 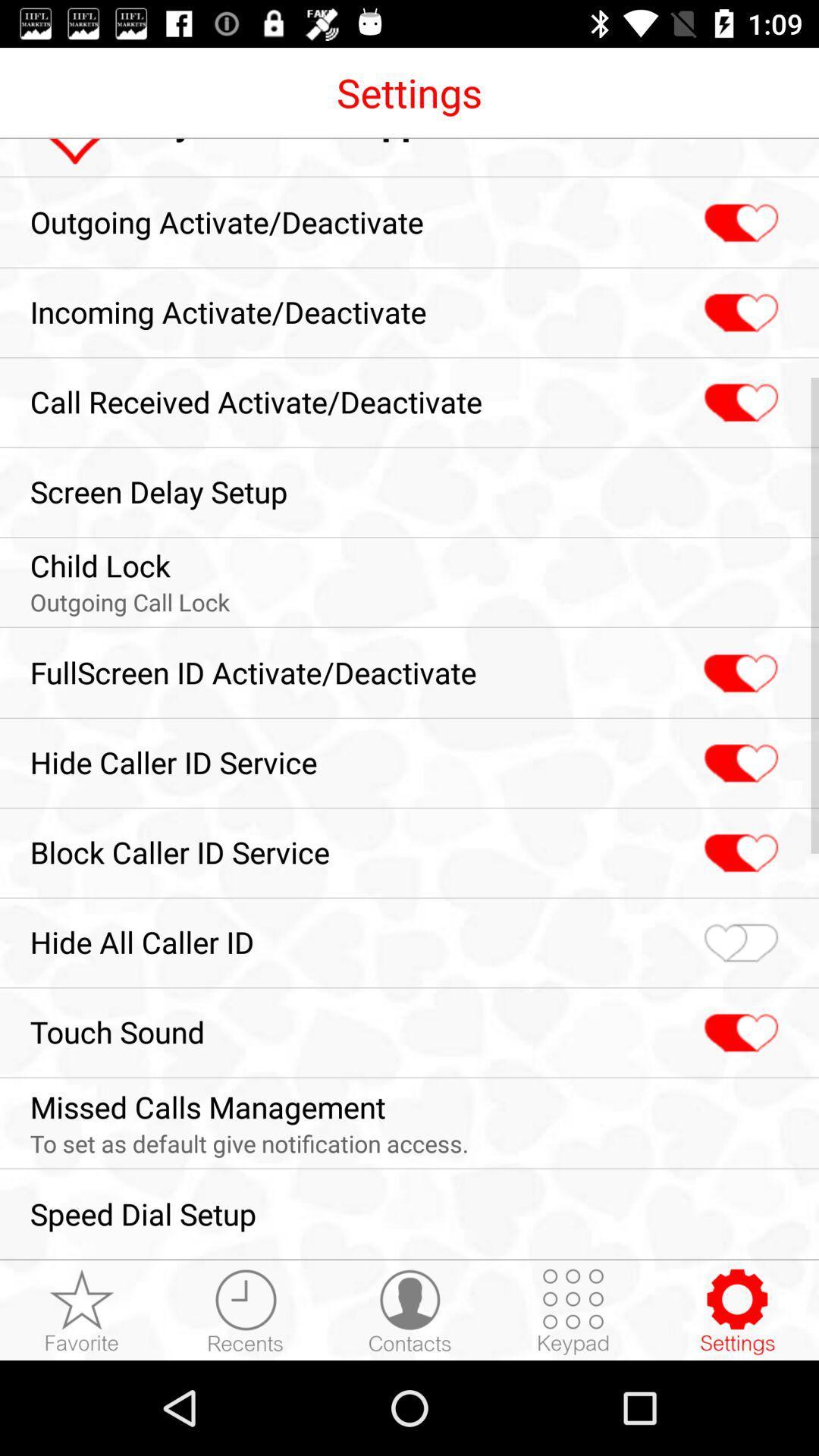 I want to click on the favorite icon, so click(x=739, y=403).